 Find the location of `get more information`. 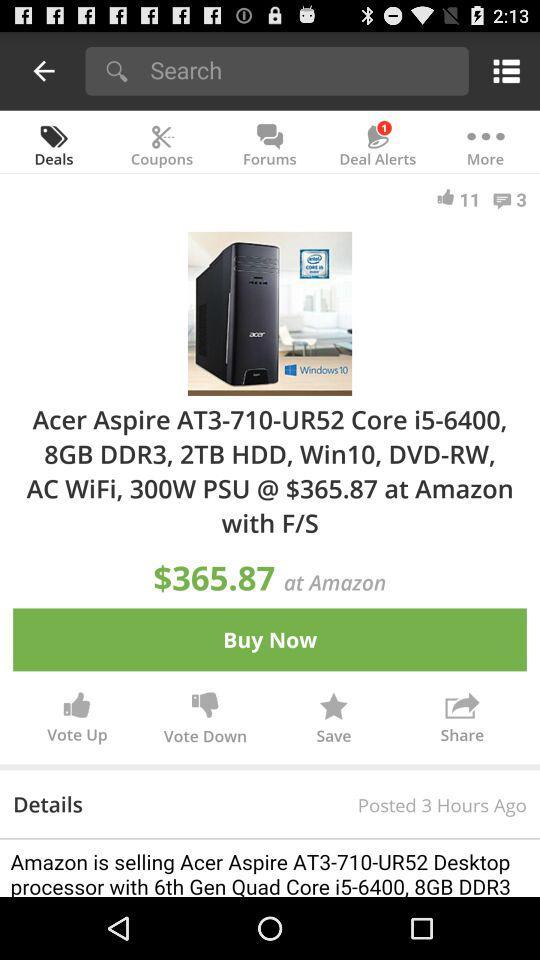

get more information is located at coordinates (270, 867).